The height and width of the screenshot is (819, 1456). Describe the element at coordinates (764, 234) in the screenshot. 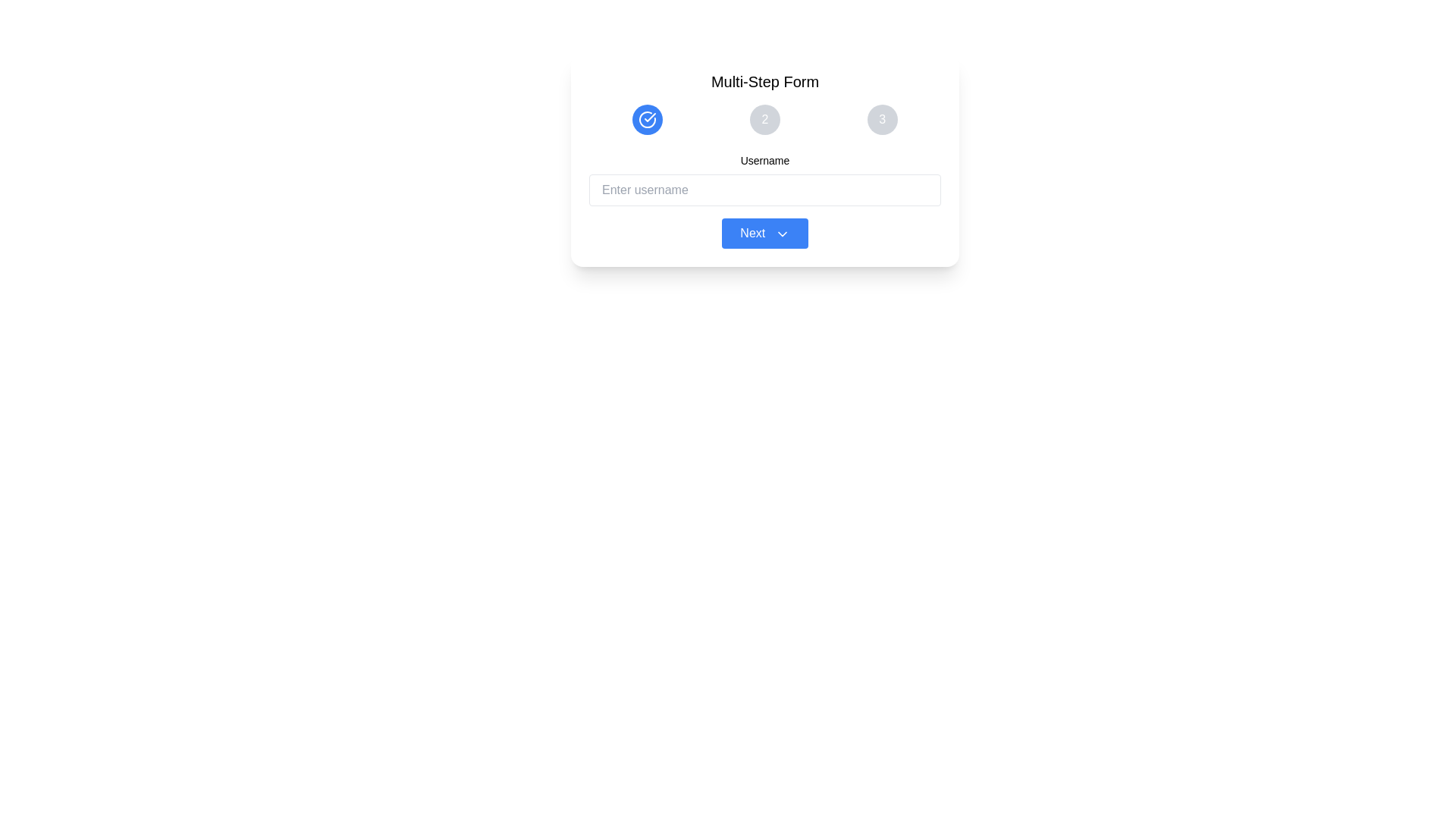

I see `the blue rectangular button labeled 'Next' with a downward chevron icon to proceed to the next step` at that location.